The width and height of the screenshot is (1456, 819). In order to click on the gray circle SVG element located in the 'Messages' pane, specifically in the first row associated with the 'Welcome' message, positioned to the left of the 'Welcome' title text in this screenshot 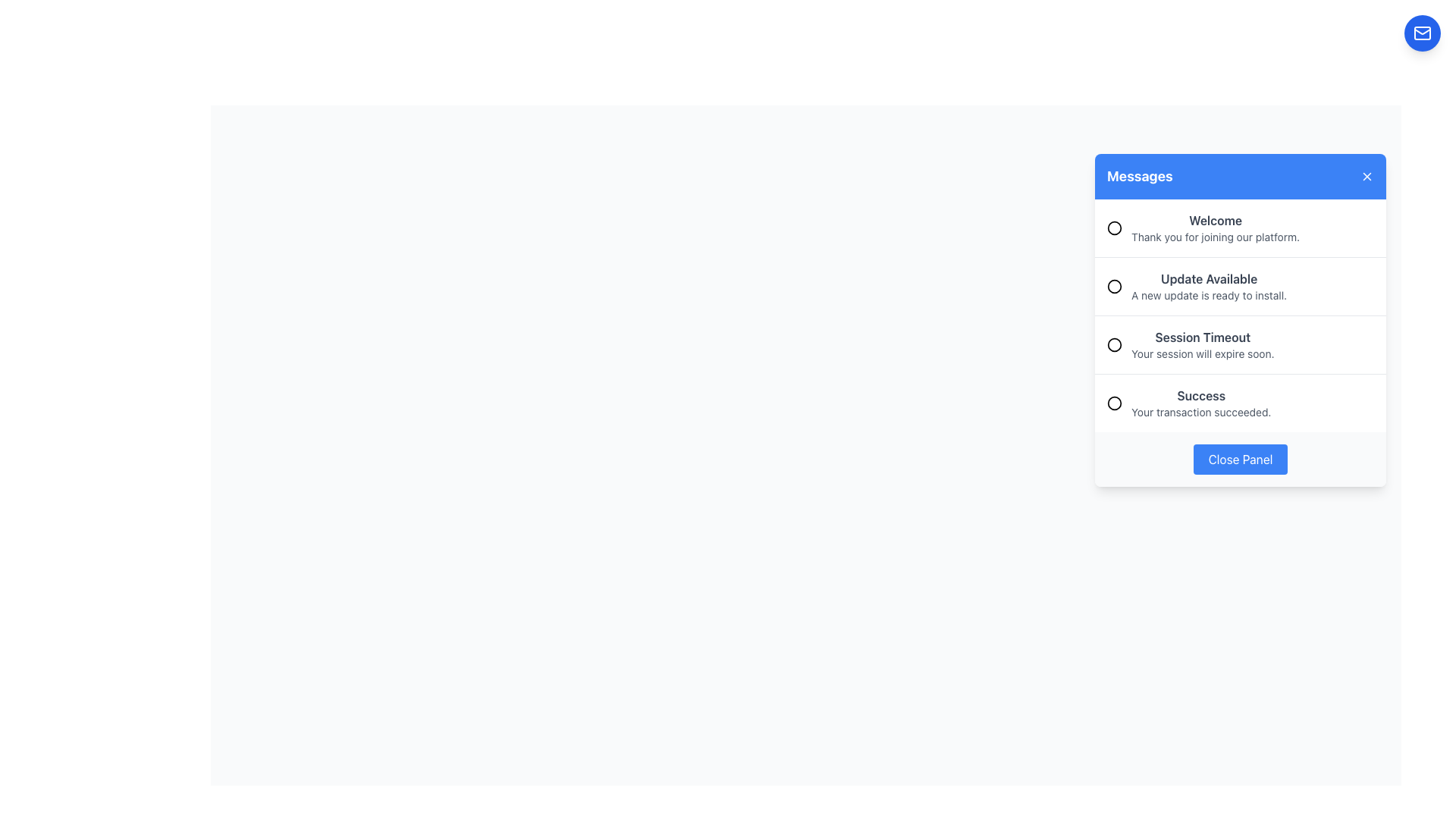, I will do `click(1114, 227)`.